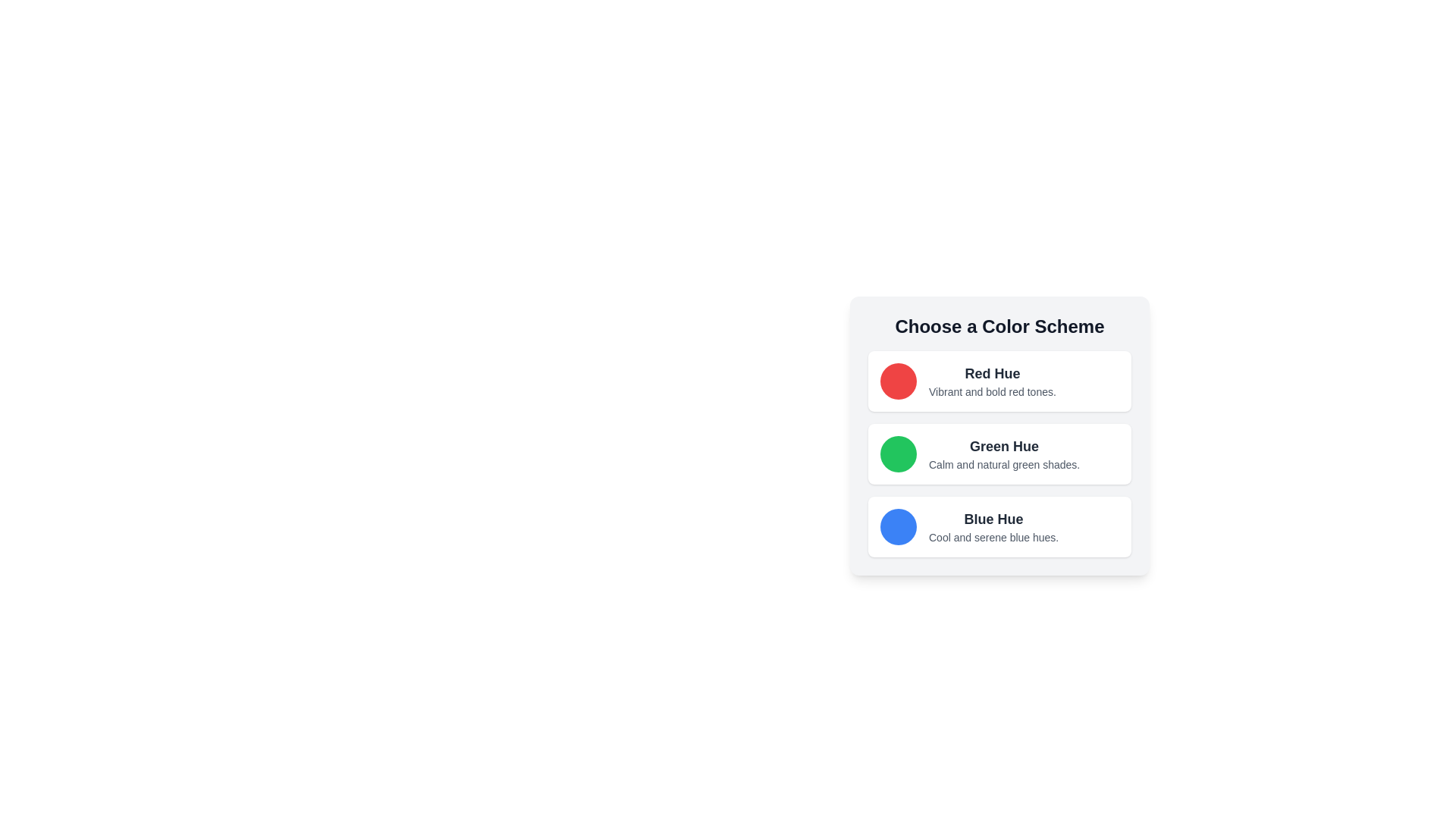 The height and width of the screenshot is (819, 1456). What do you see at coordinates (992, 391) in the screenshot?
I see `the text label displaying 'Vibrant and bold red tones.' which is located below the 'Red Hue' title in the first group of the selection card` at bounding box center [992, 391].